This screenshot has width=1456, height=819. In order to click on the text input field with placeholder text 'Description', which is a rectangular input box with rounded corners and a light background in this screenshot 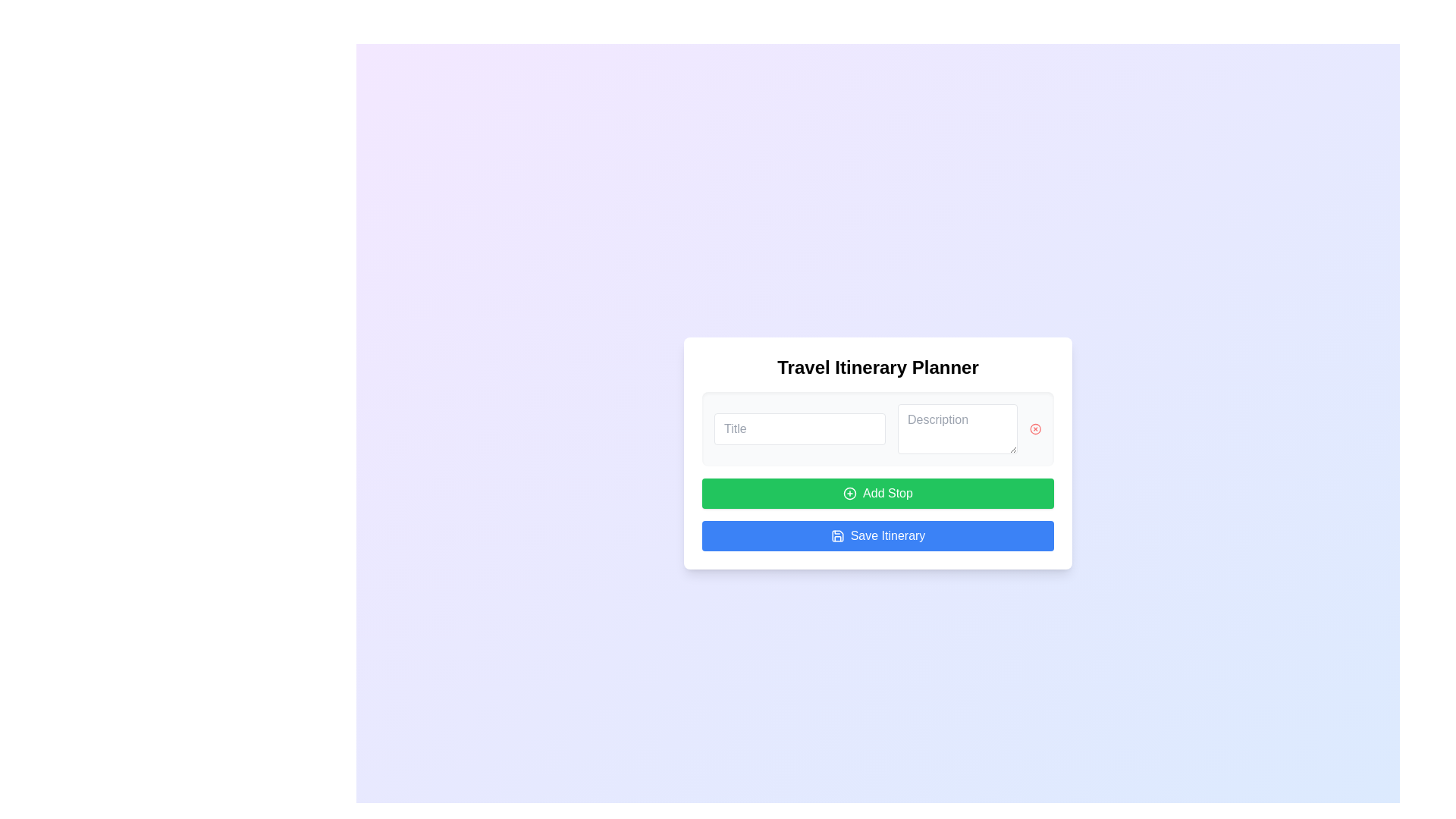, I will do `click(957, 429)`.